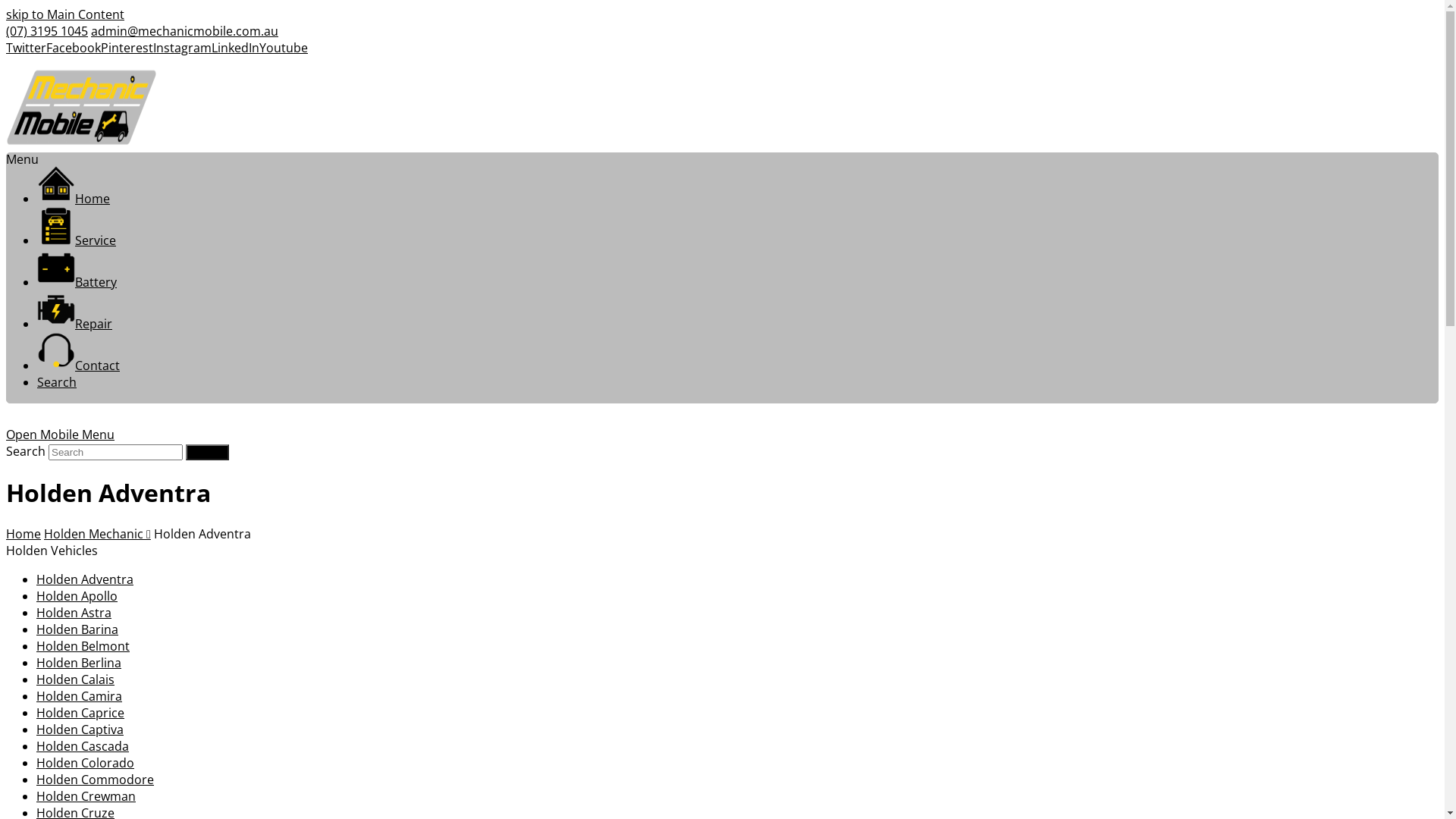  I want to click on 'Holden Apollo', so click(76, 595).